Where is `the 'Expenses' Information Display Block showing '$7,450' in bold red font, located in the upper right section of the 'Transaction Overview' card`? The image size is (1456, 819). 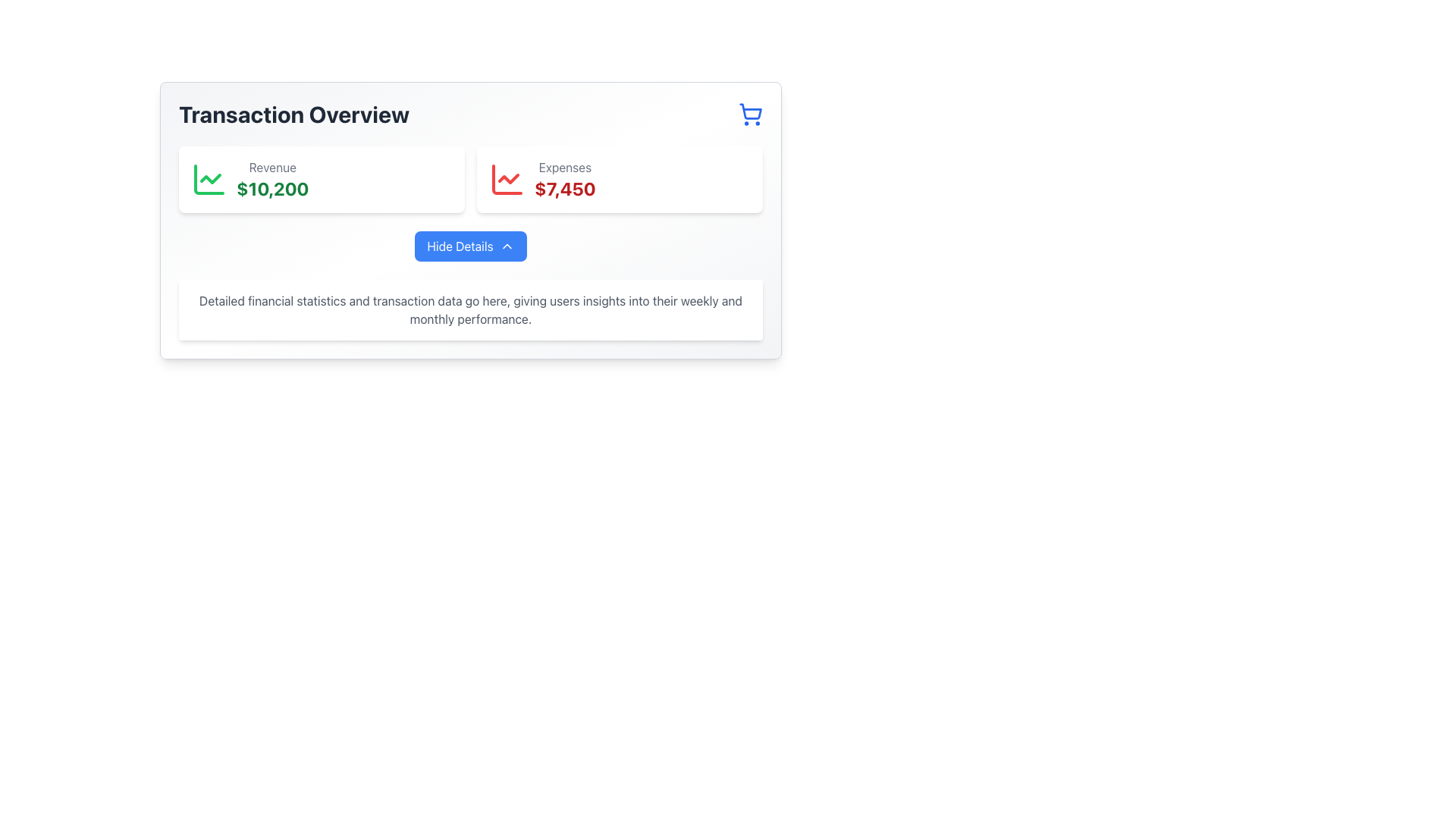 the 'Expenses' Information Display Block showing '$7,450' in bold red font, located in the upper right section of the 'Transaction Overview' card is located at coordinates (564, 178).